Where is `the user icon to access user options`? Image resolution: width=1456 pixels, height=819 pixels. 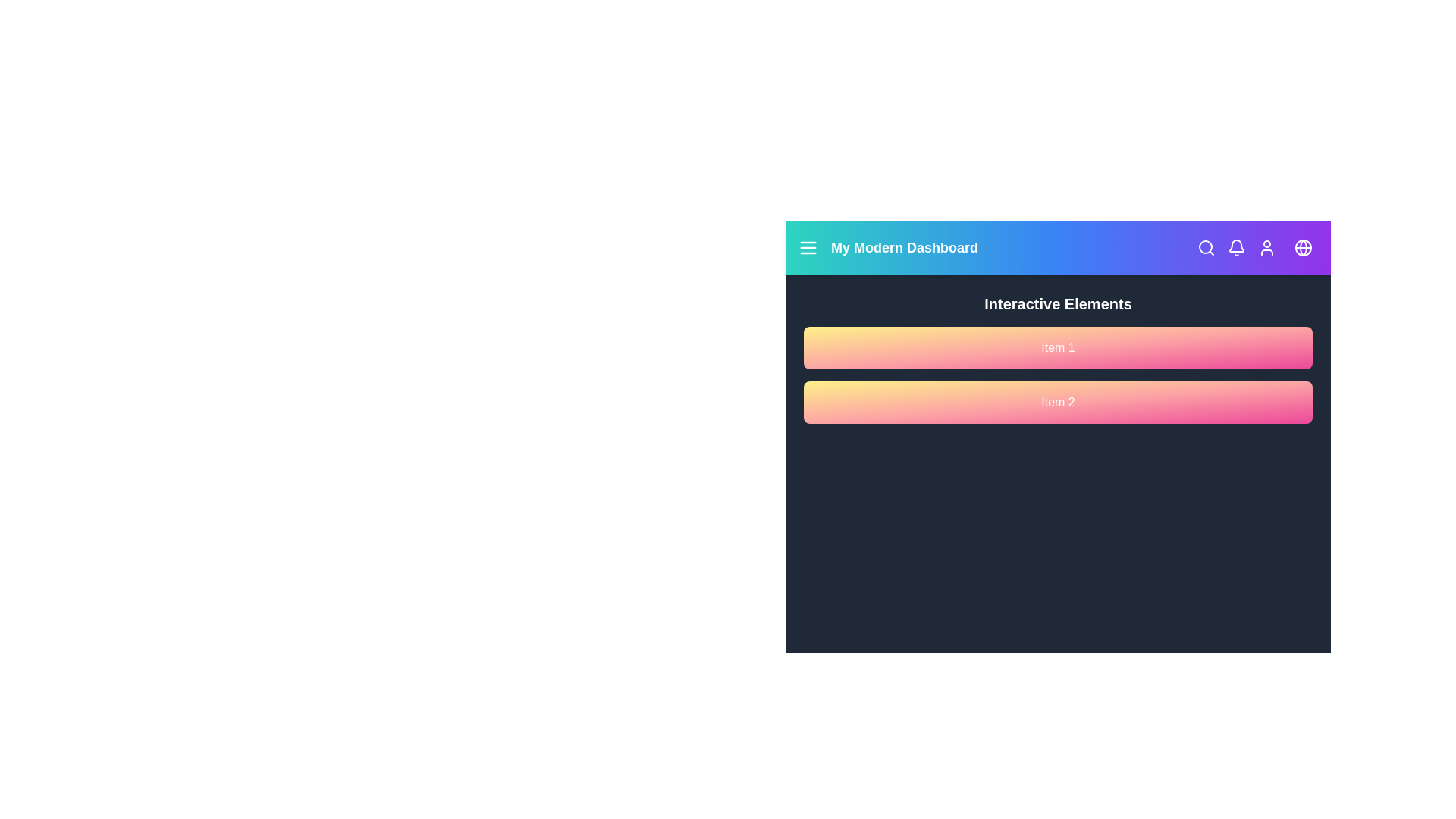 the user icon to access user options is located at coordinates (1266, 247).